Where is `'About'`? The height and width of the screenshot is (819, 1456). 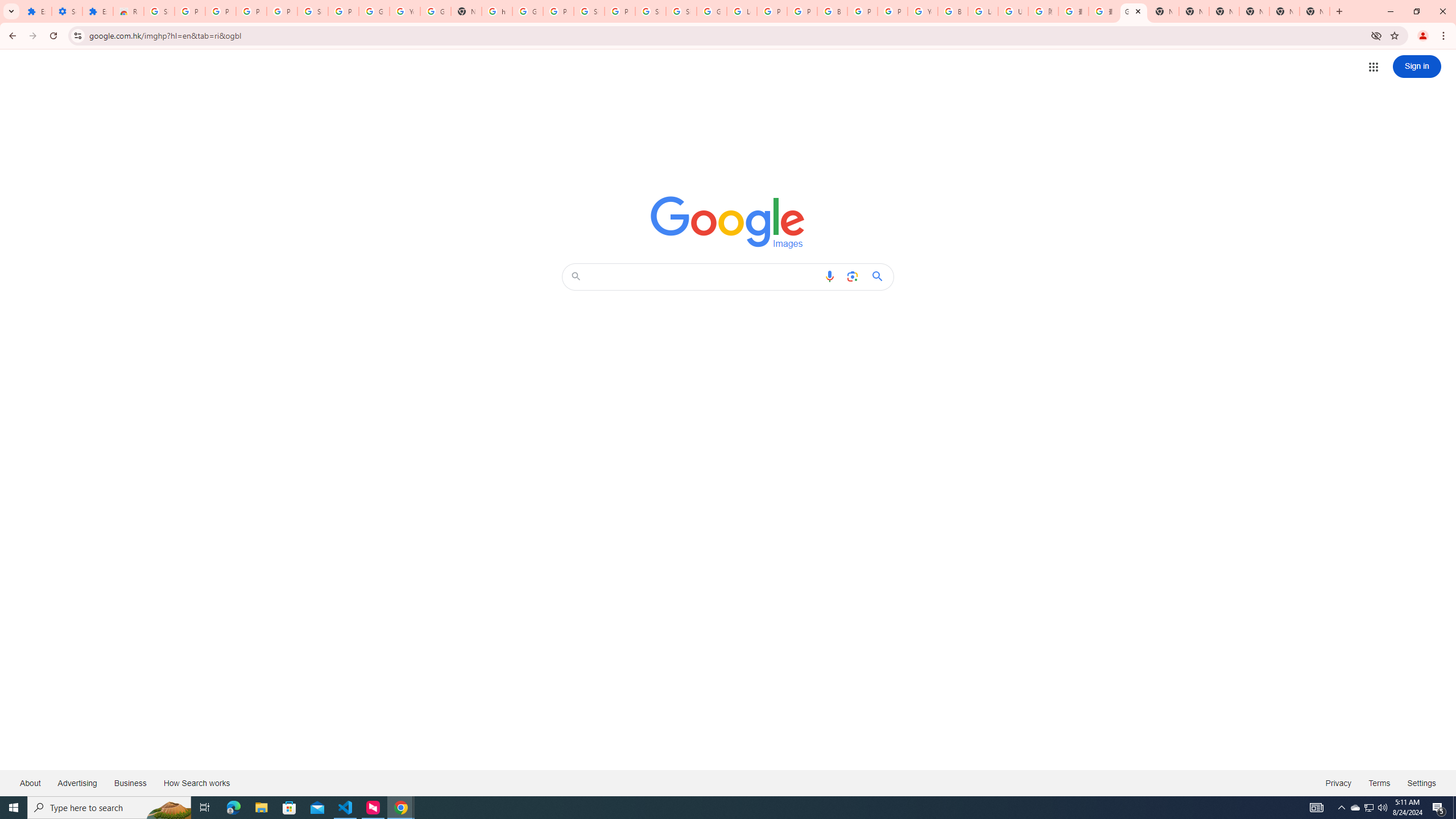 'About' is located at coordinates (30, 782).